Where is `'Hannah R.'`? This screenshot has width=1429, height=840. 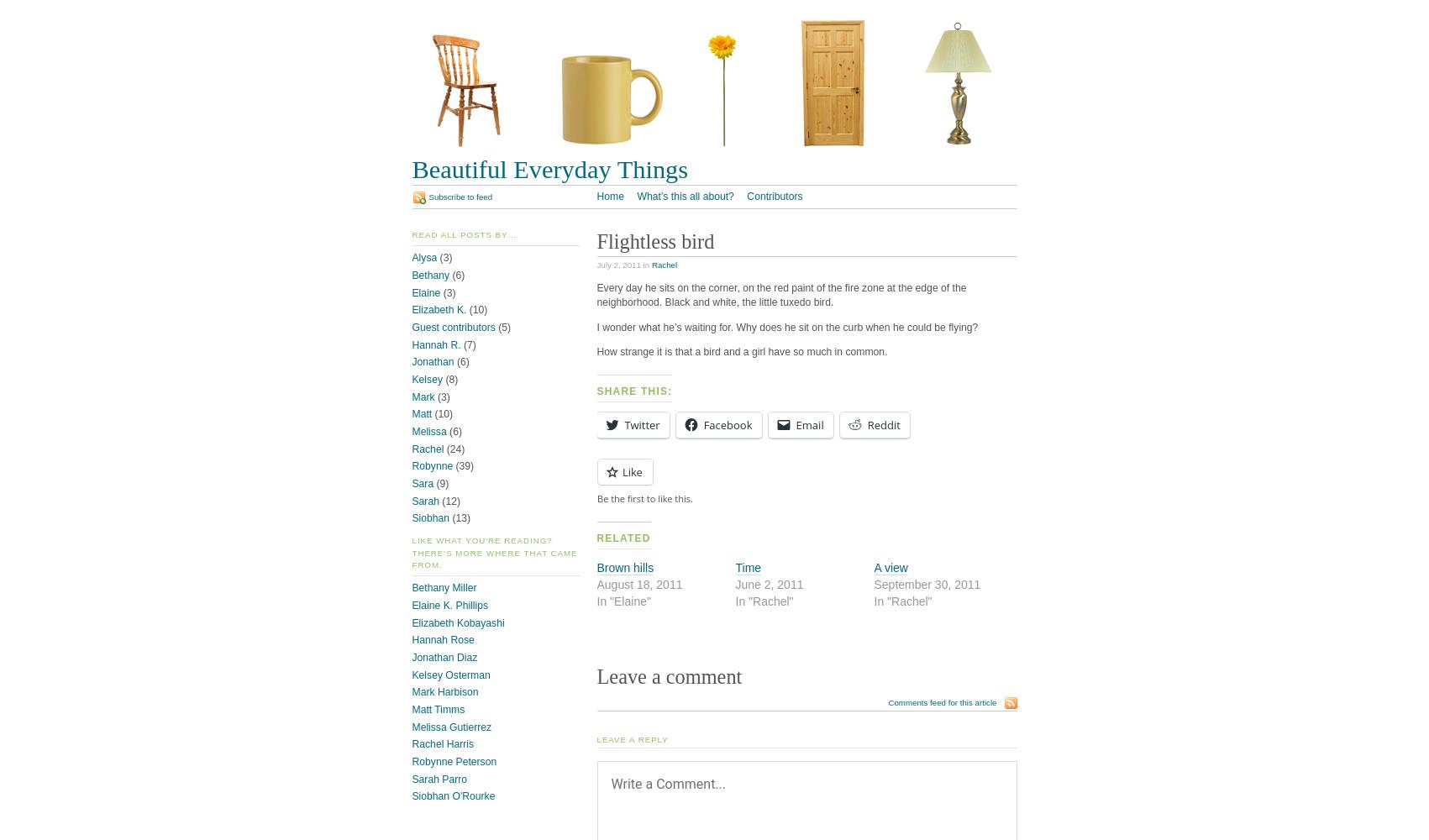
'Hannah R.' is located at coordinates (435, 344).